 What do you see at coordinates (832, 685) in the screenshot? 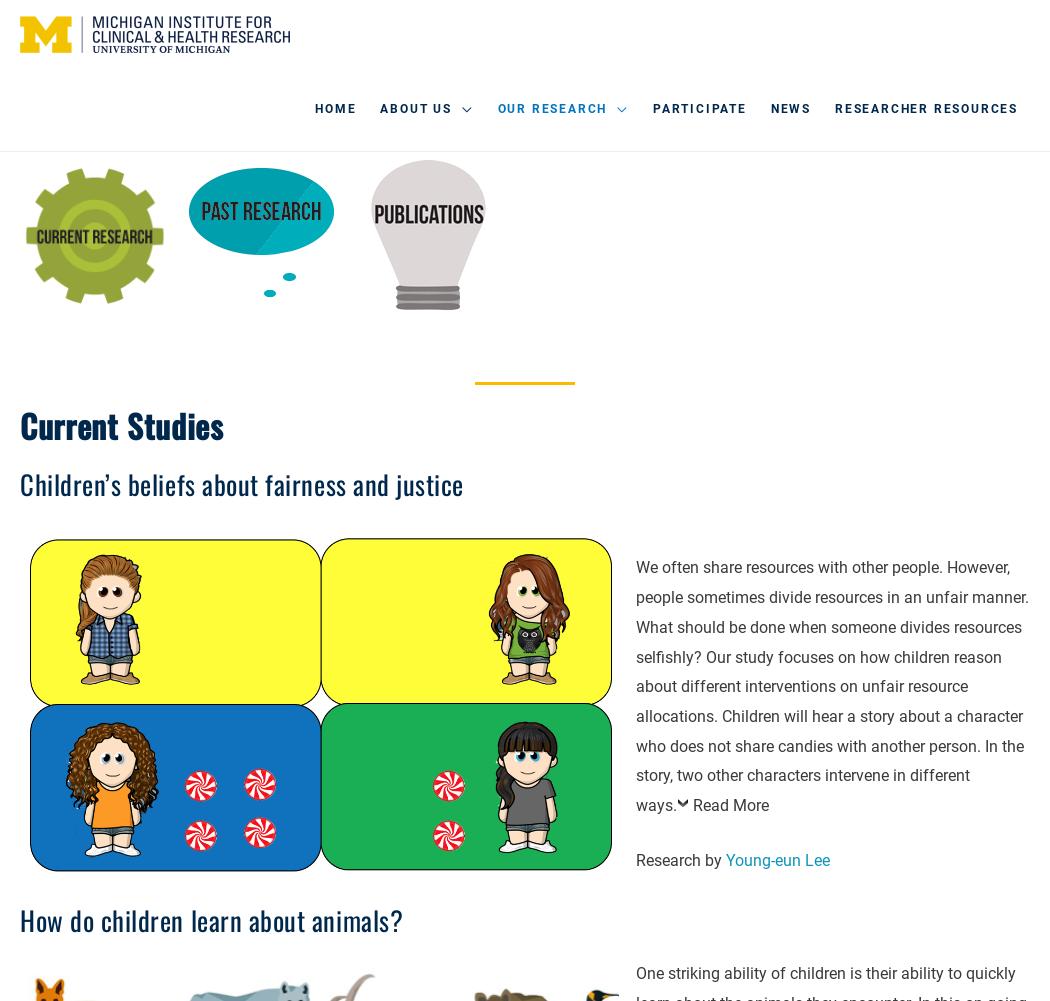
I see `'We often share resources with other people. However, people sometimes divide resources in an unfair manner. What should be done when someone divides resources selfishly? Our study focuses on how children reason about different interventions on unfair resource allocations. Children will hear a story about a character who does not share candies with another person. In the story, two other characters intervene in different ways.'` at bounding box center [832, 685].